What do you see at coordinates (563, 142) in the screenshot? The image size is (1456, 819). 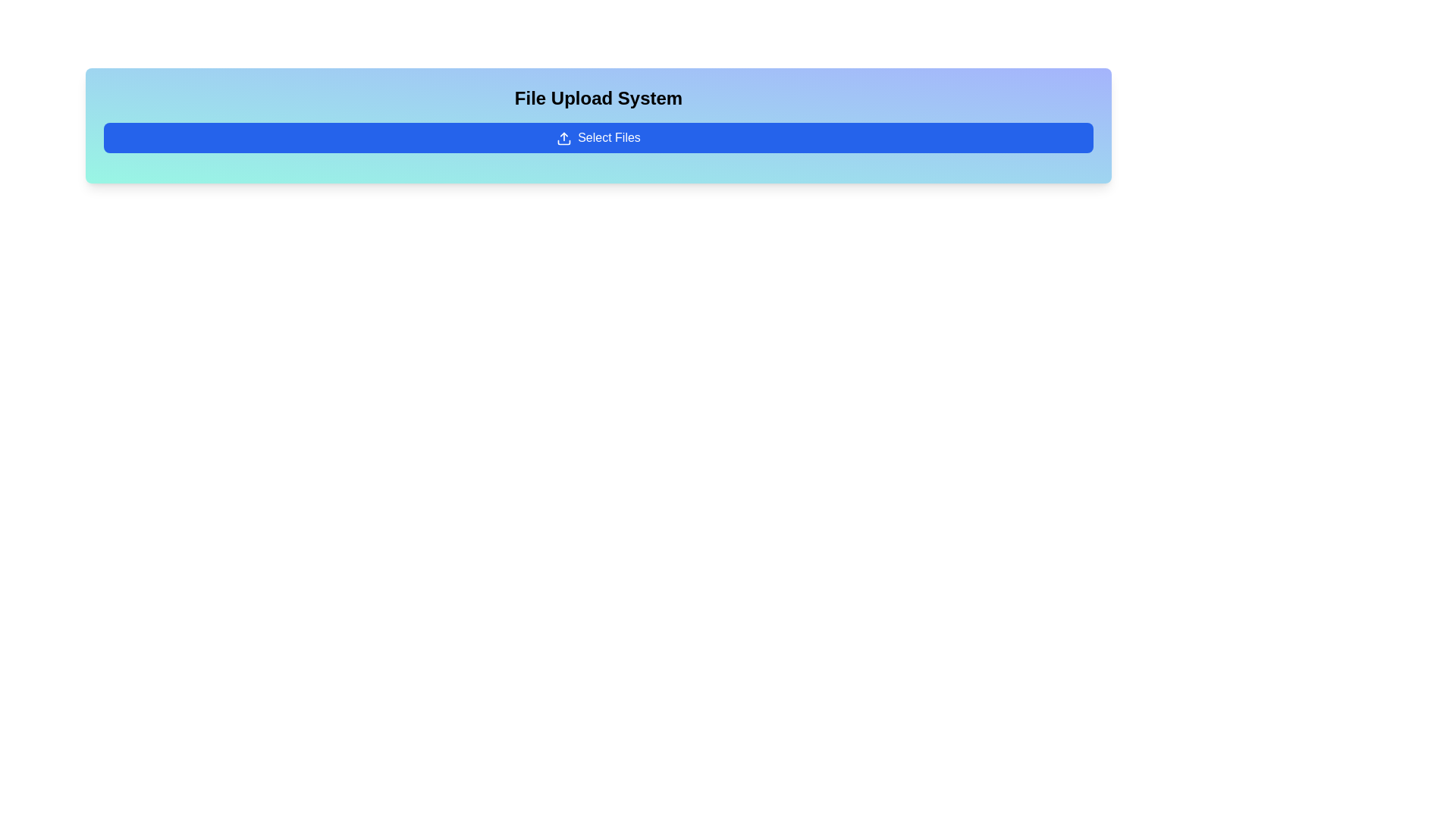 I see `the bottom-most curved rectangular segment of the 'lucide-upload' SVG icon that represents an upload action` at bounding box center [563, 142].